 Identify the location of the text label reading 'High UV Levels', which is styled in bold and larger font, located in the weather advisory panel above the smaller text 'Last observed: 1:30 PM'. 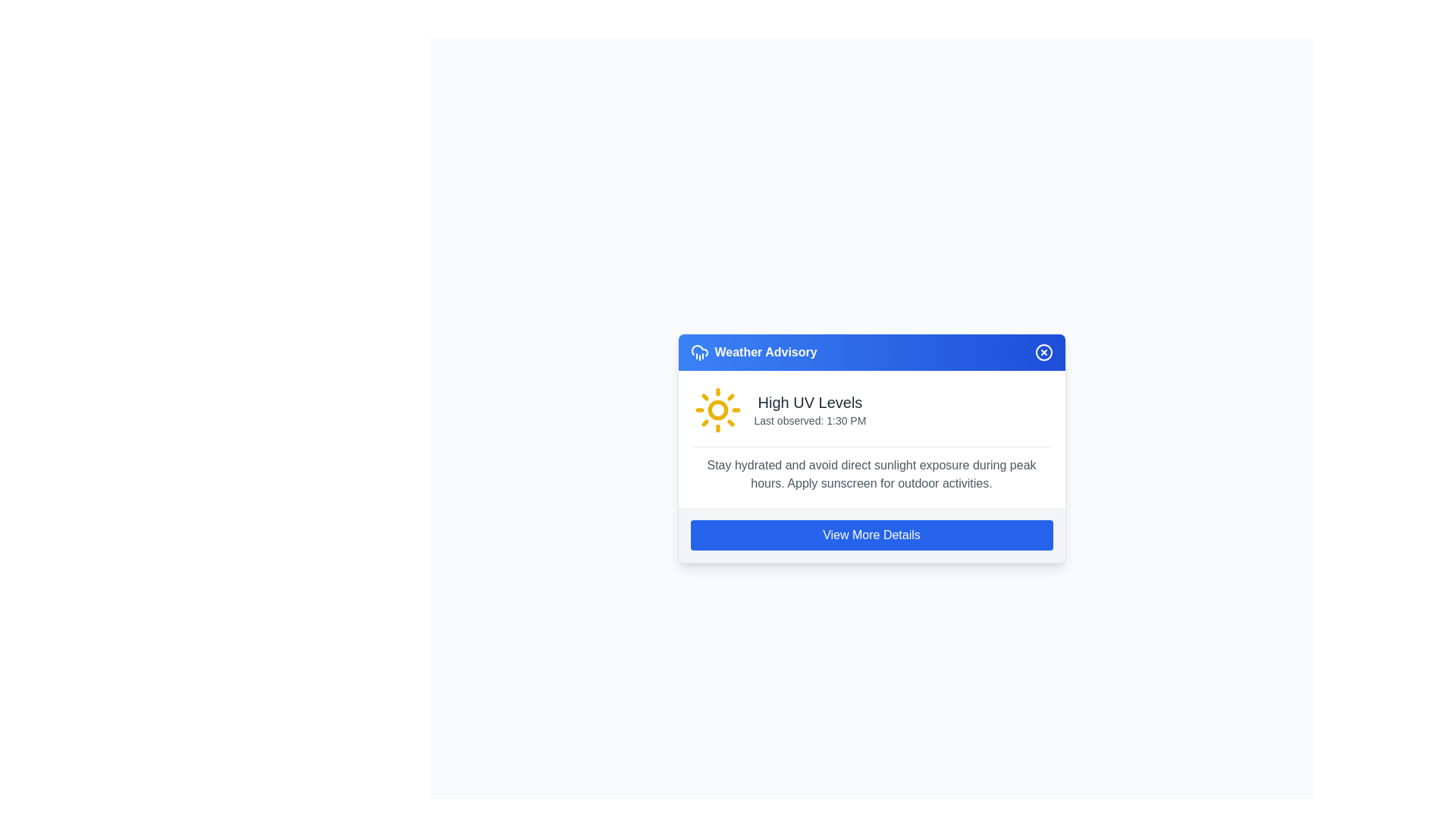
(809, 401).